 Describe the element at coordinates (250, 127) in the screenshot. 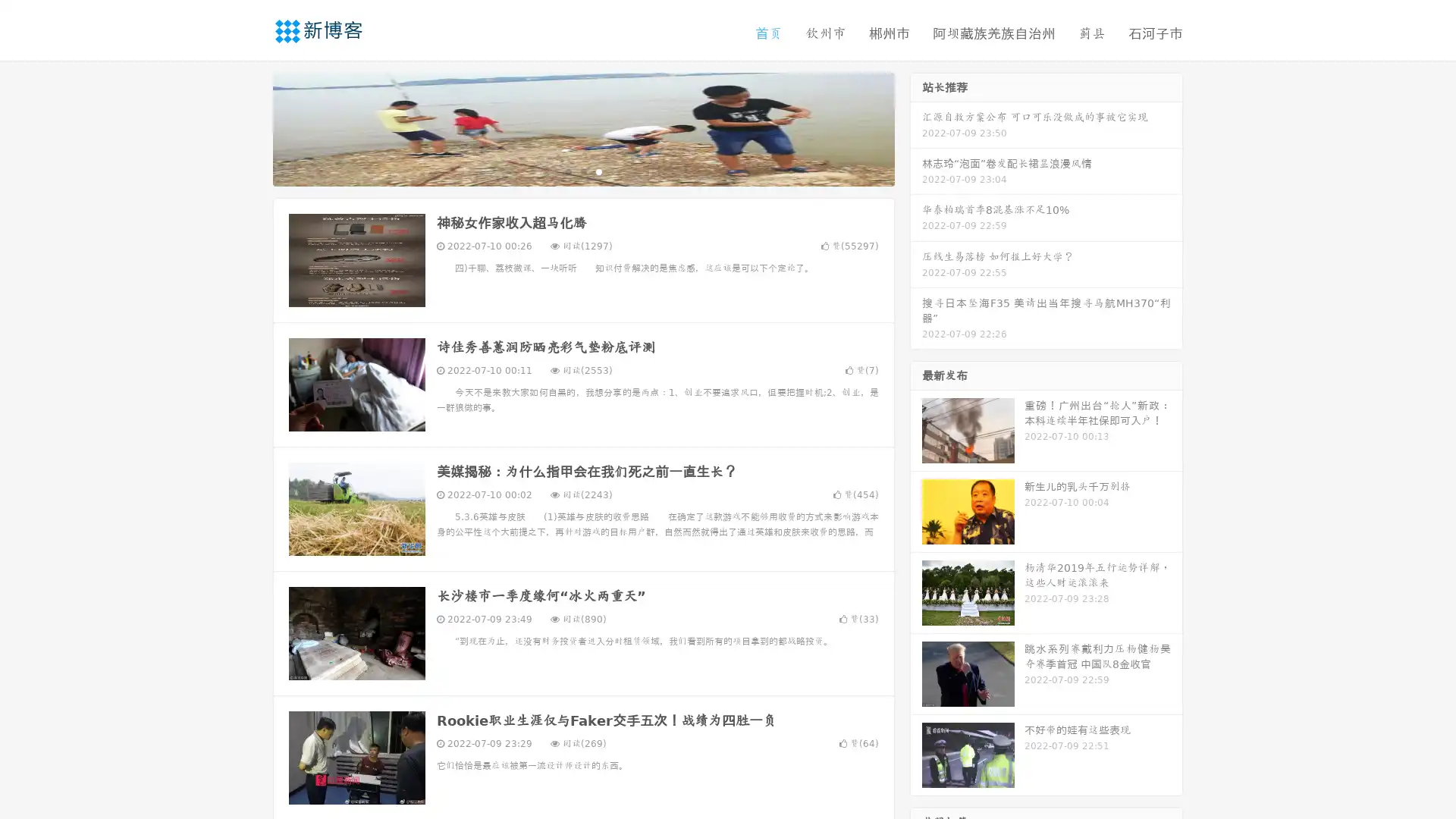

I see `Previous slide` at that location.